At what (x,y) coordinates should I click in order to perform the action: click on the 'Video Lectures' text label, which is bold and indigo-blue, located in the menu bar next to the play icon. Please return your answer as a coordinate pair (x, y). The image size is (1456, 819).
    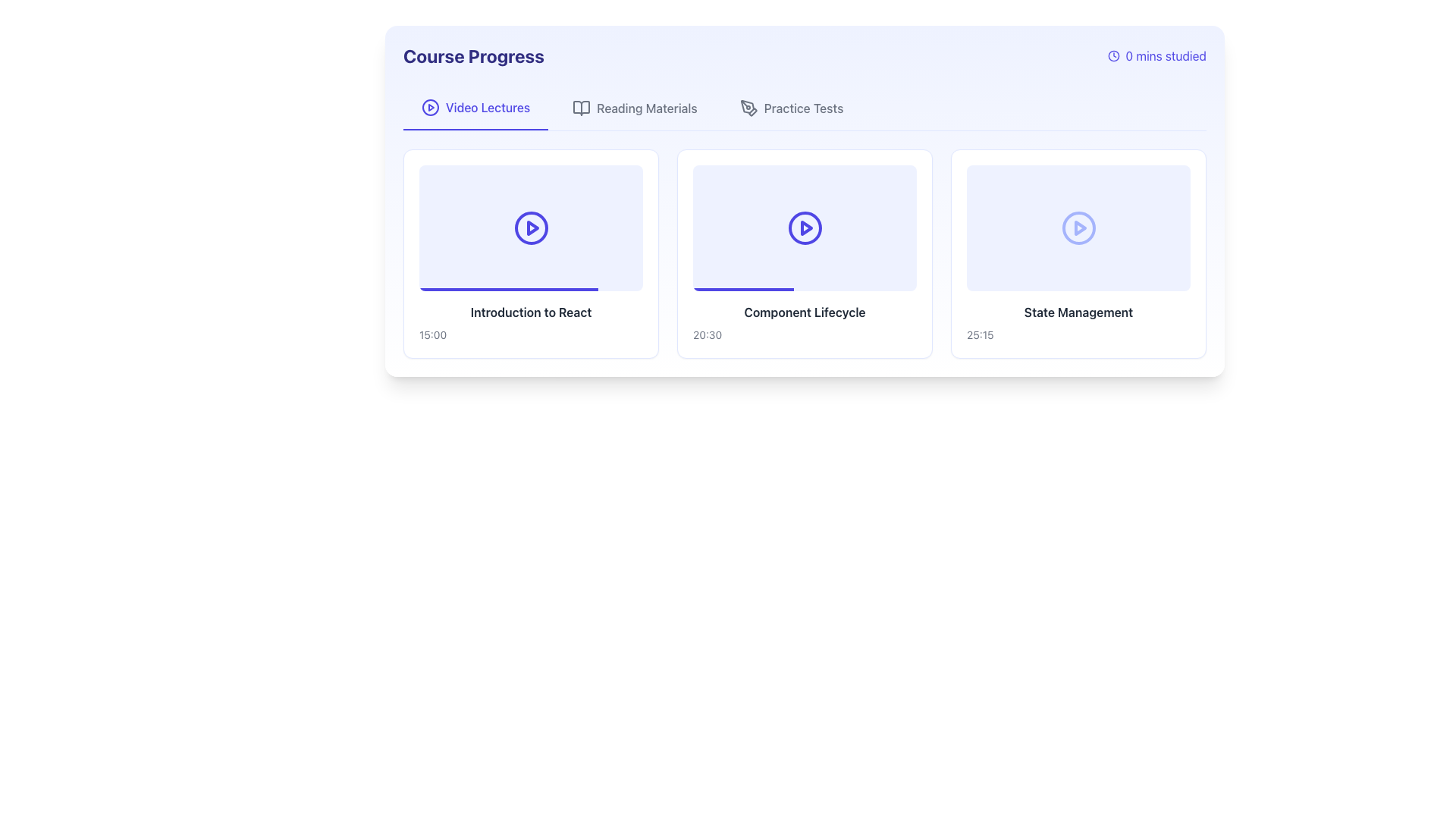
    Looking at the image, I should click on (488, 107).